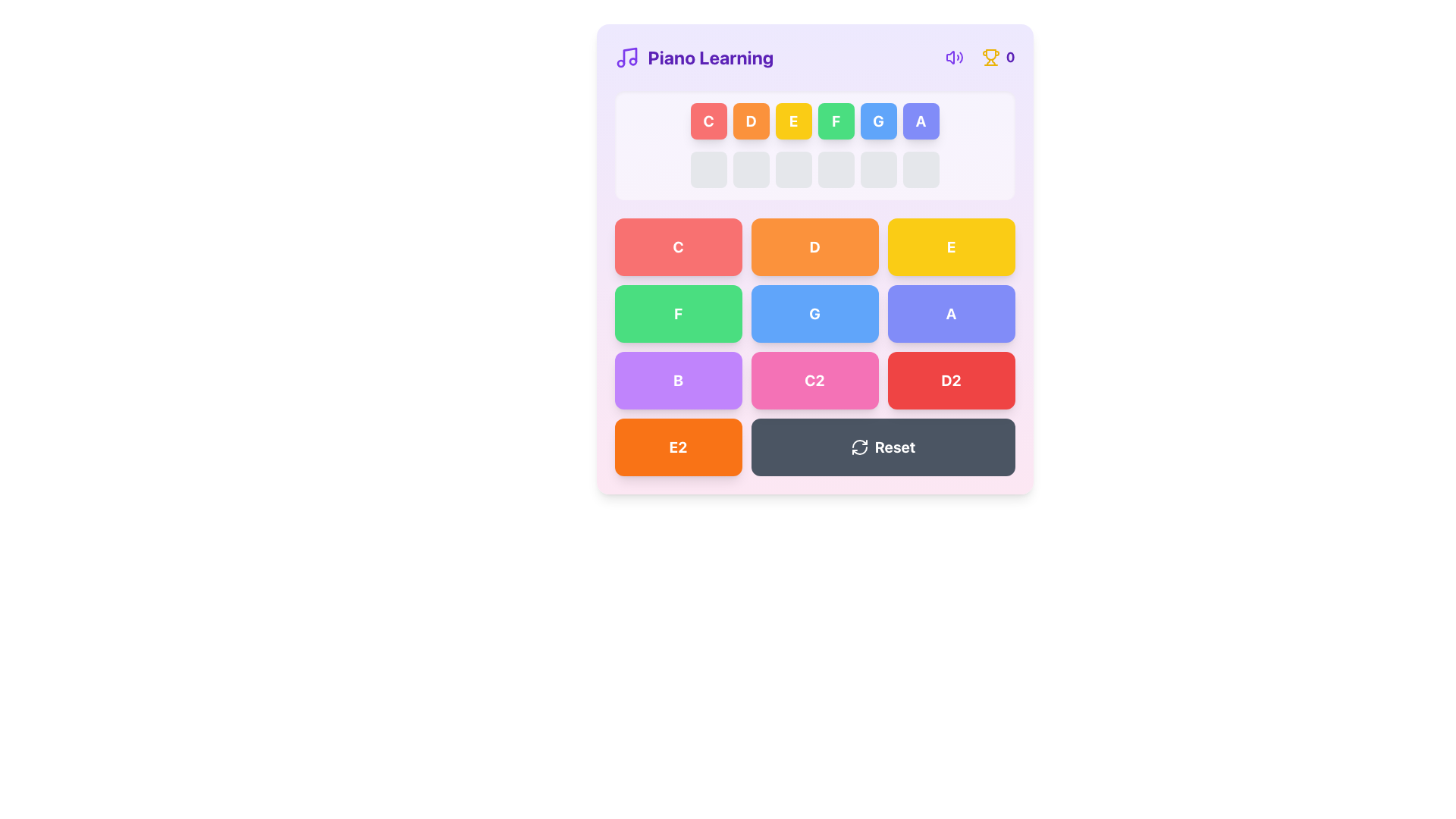 Image resolution: width=1456 pixels, height=819 pixels. What do you see at coordinates (677, 379) in the screenshot?
I see `the interactive button labeled 'B', located in the third row, first column of the grid, below the green 'F' button and to the left of the pink 'C2' button` at bounding box center [677, 379].